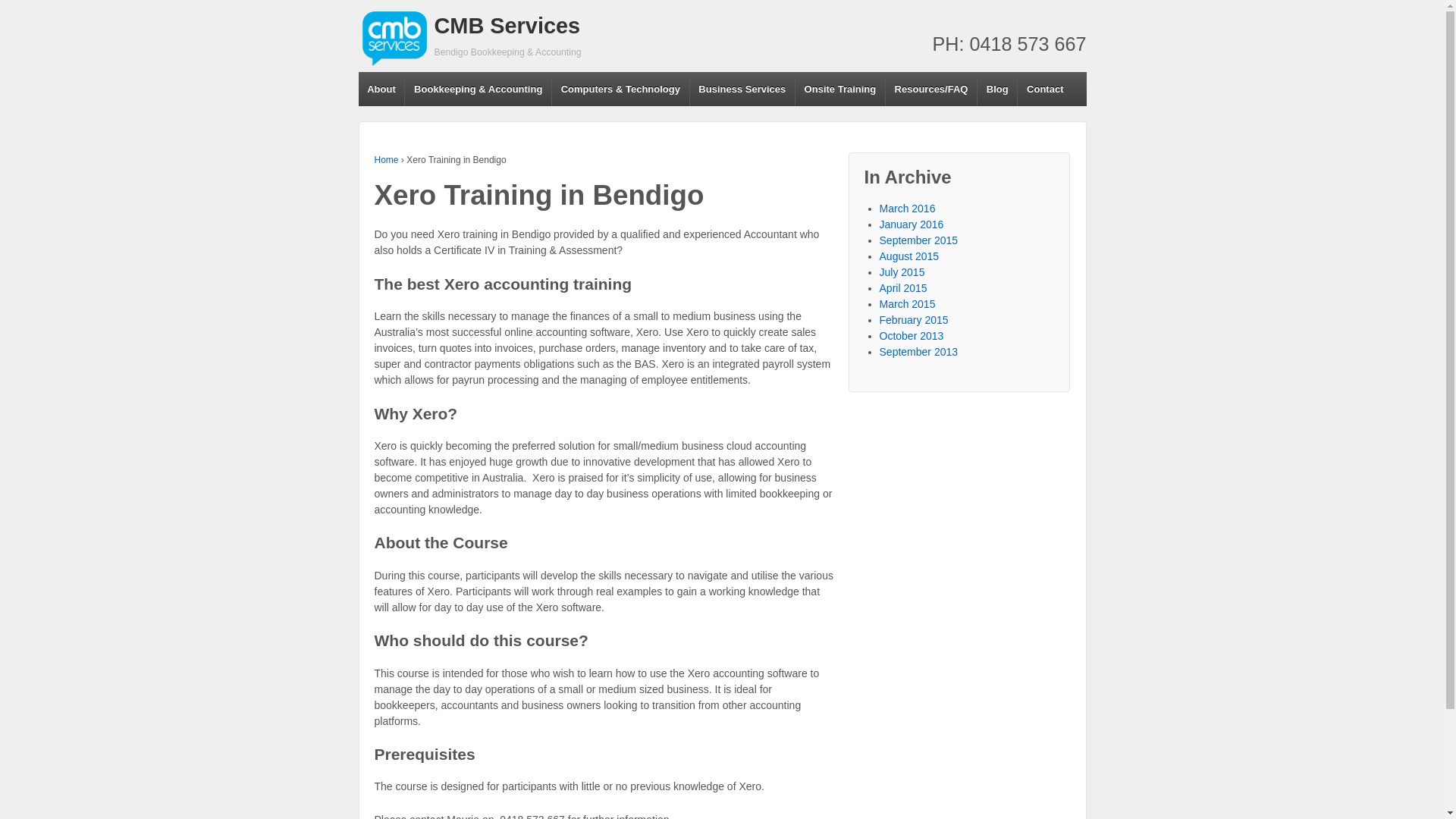 This screenshot has width=1456, height=819. I want to click on 'October 2013', so click(911, 335).